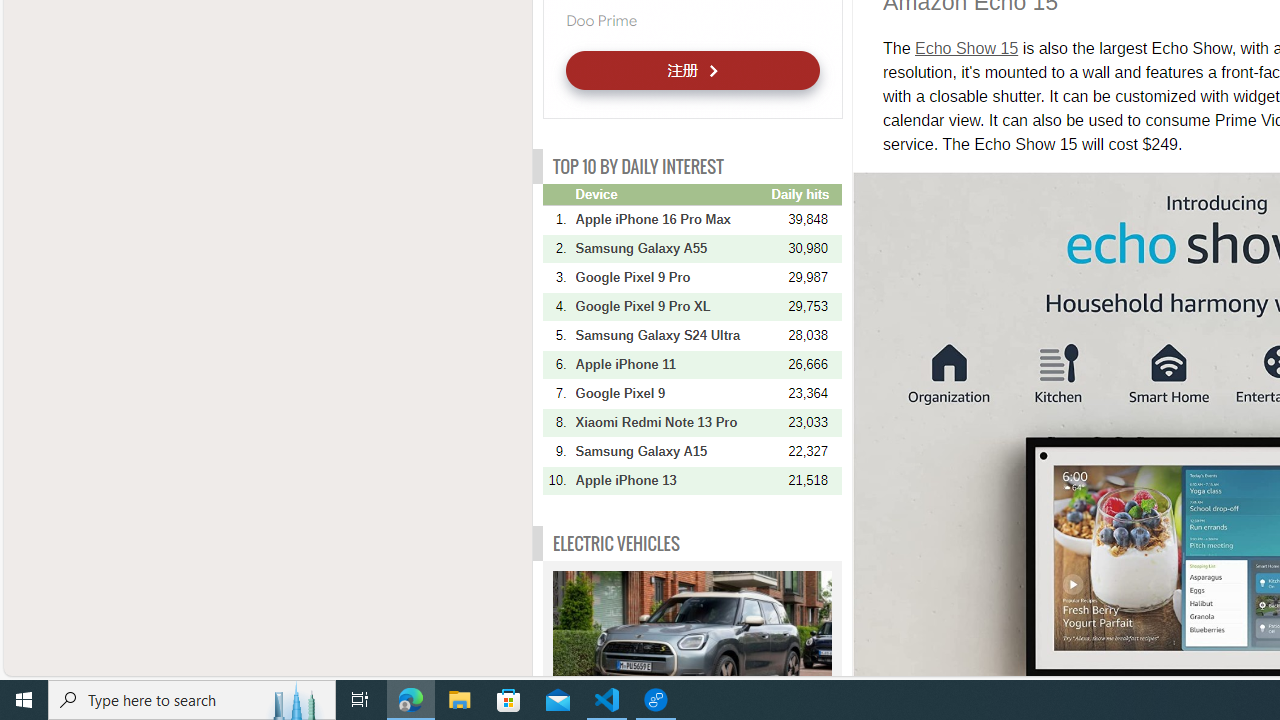 The image size is (1280, 720). What do you see at coordinates (967, 47) in the screenshot?
I see `'Echo Show 15'` at bounding box center [967, 47].